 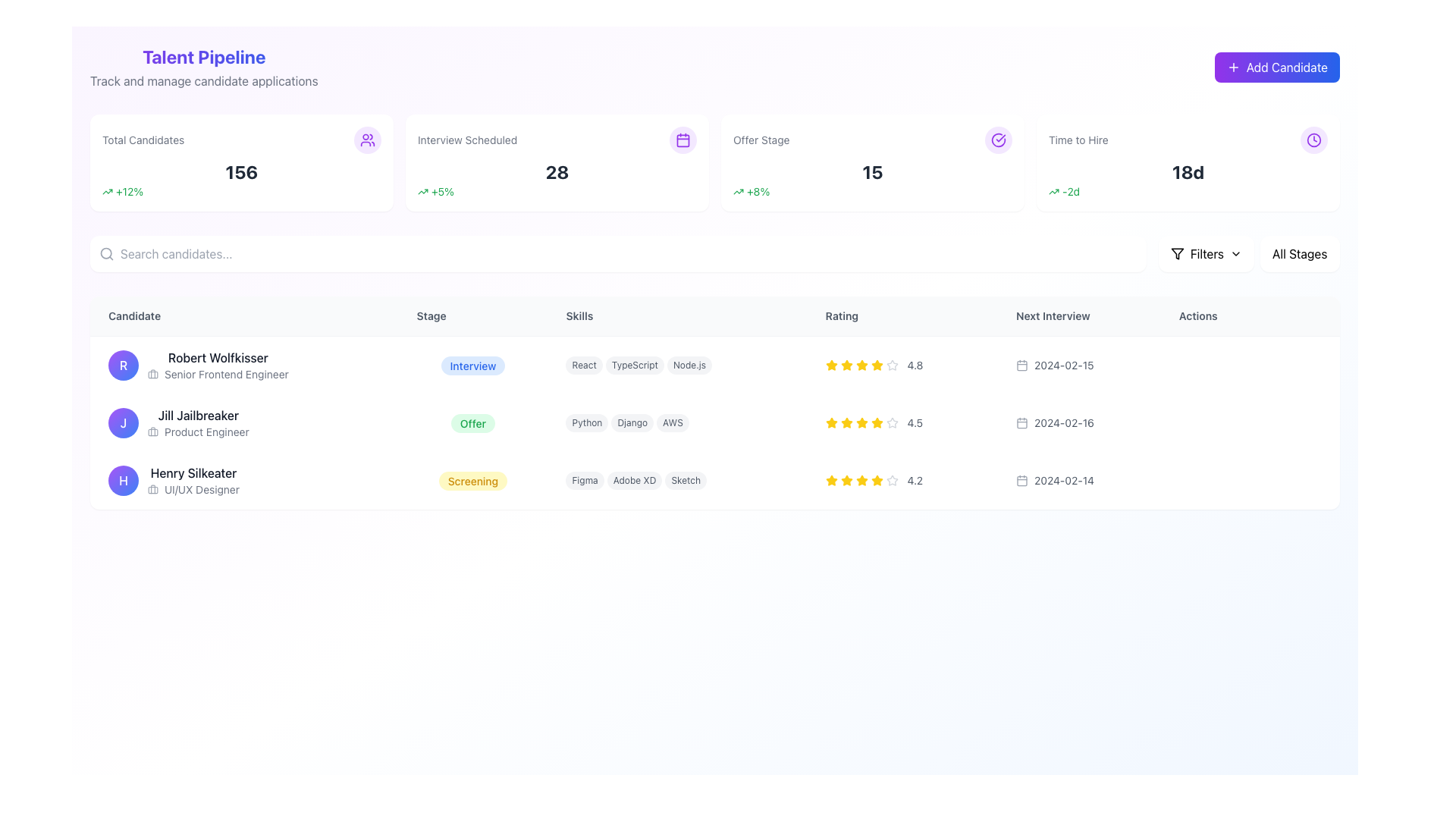 What do you see at coordinates (193, 472) in the screenshot?
I see `the Bold text label displaying the name of the user or candidate in the Candidate column of the structured table, located in the third row` at bounding box center [193, 472].